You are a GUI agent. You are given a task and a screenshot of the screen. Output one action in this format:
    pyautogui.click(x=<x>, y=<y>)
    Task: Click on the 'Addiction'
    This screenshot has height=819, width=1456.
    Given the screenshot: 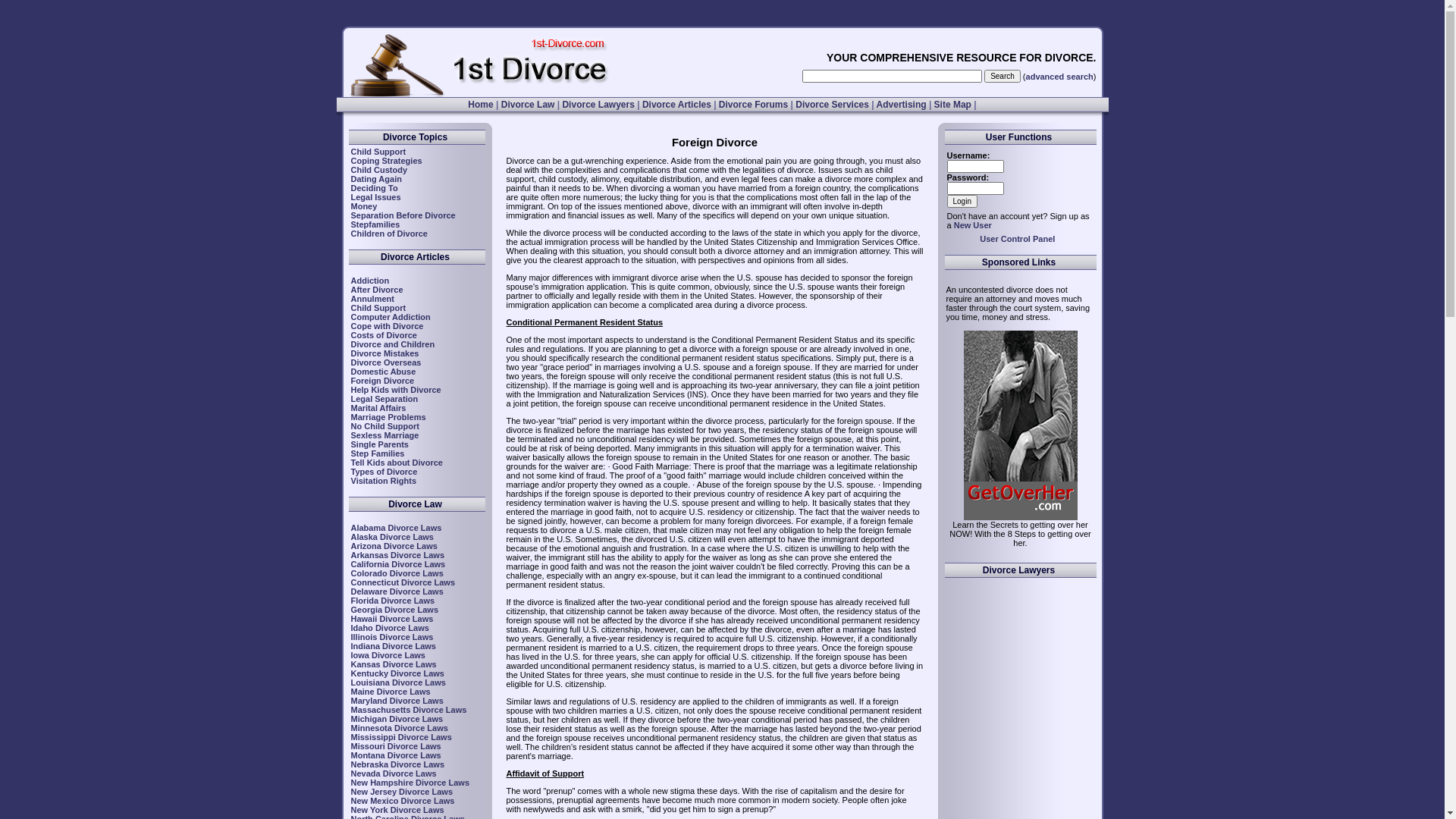 What is the action you would take?
    pyautogui.click(x=369, y=281)
    